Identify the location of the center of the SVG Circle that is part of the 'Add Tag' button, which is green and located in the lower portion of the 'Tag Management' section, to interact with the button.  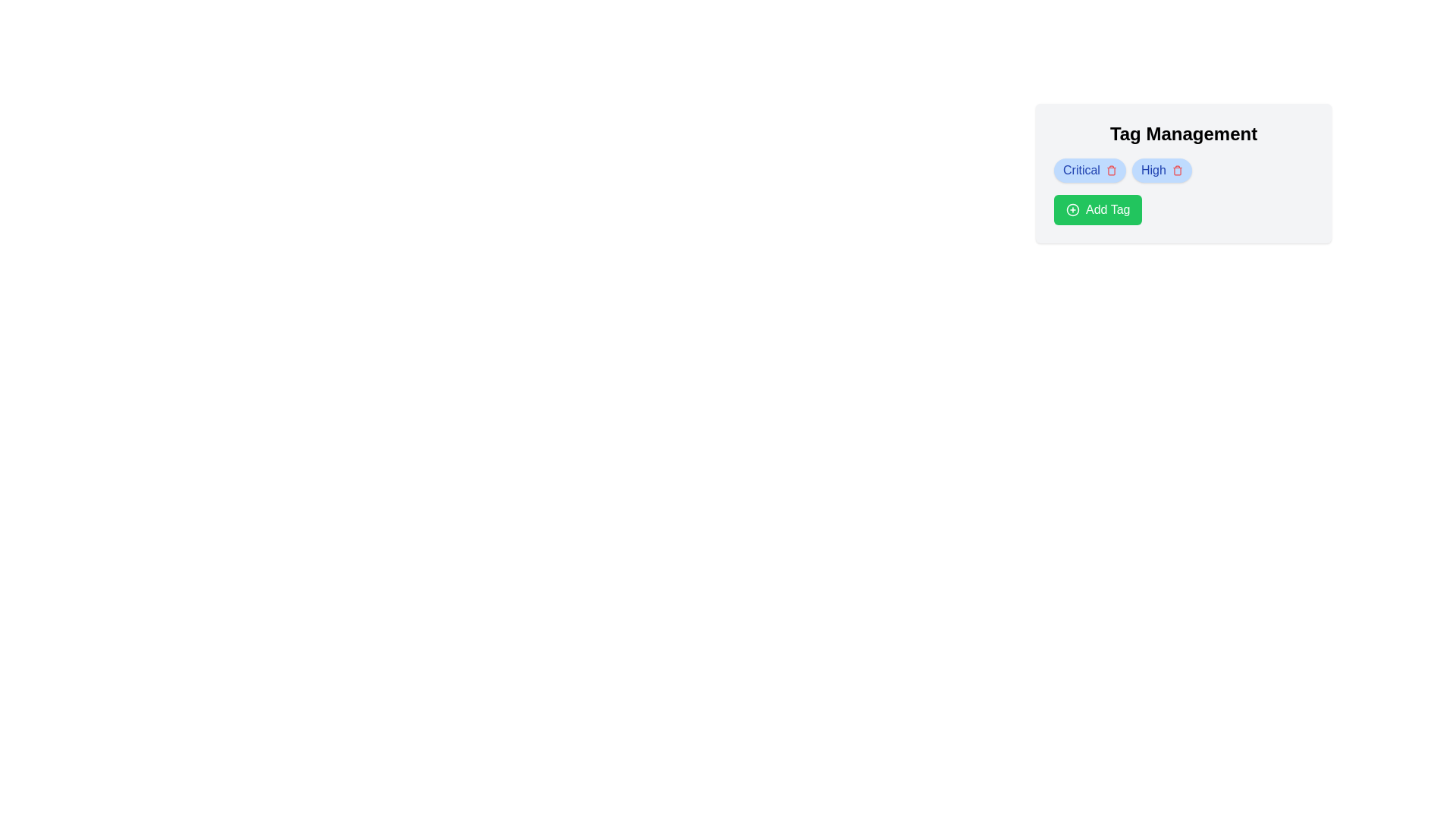
(1072, 210).